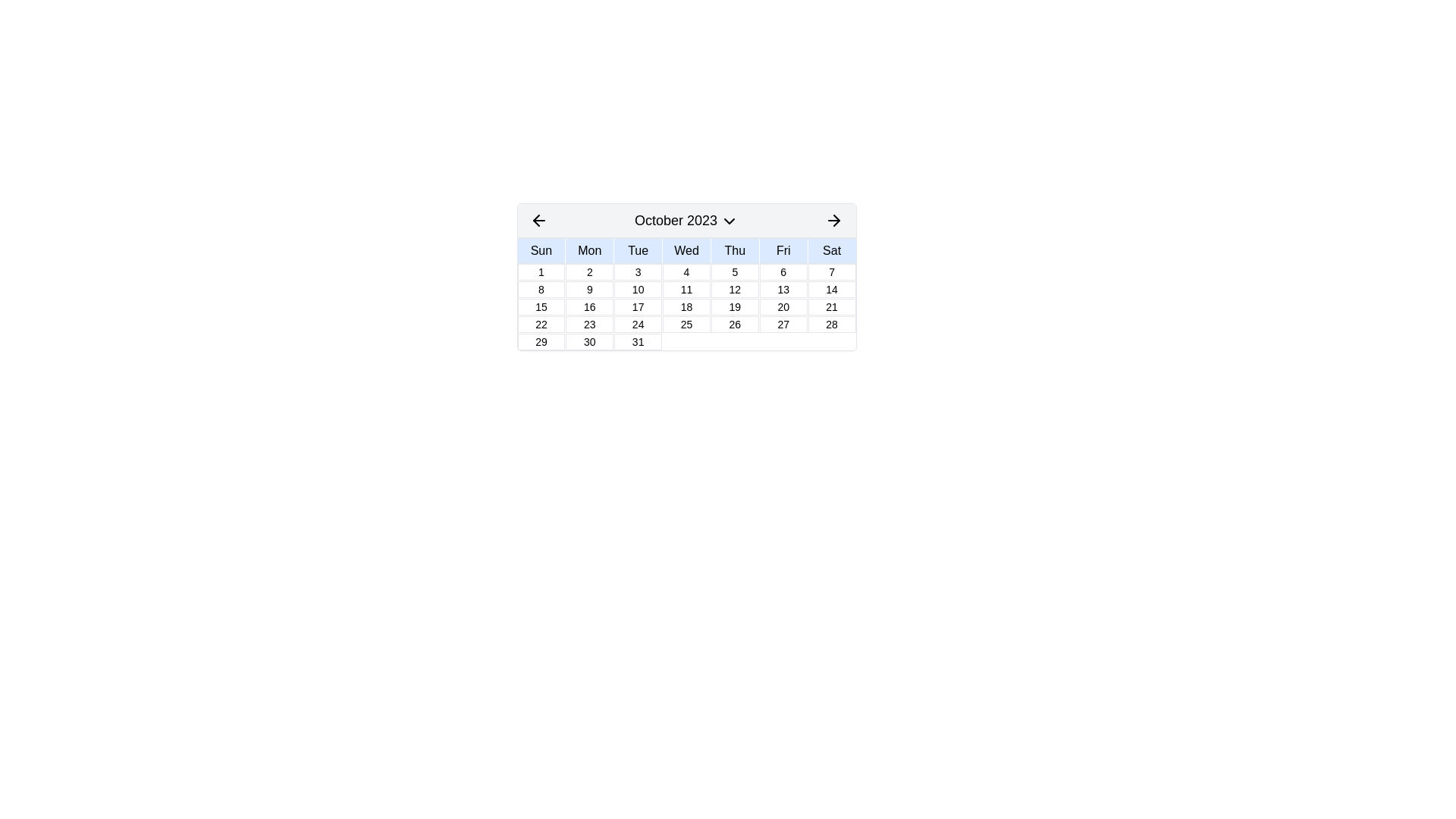  I want to click on the cell representing the date 11th of October 2023 in the calendar interface, so click(686, 289).